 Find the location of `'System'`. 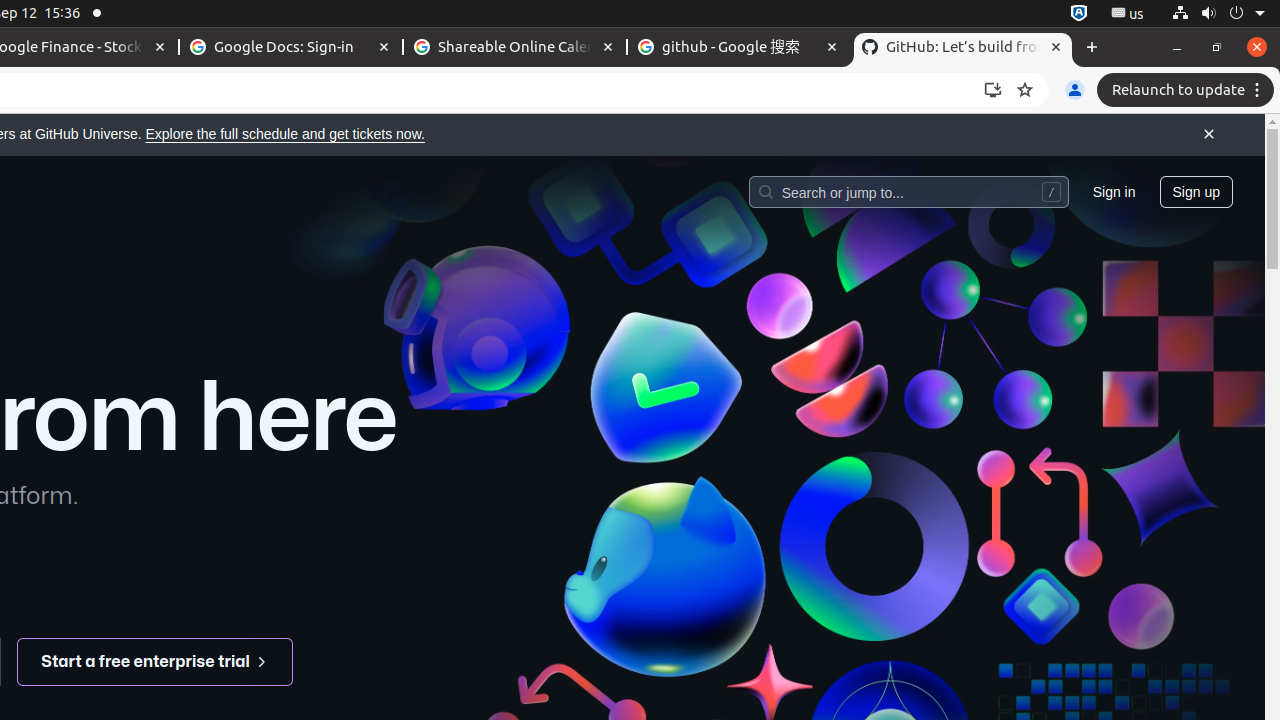

'System' is located at coordinates (1217, 13).